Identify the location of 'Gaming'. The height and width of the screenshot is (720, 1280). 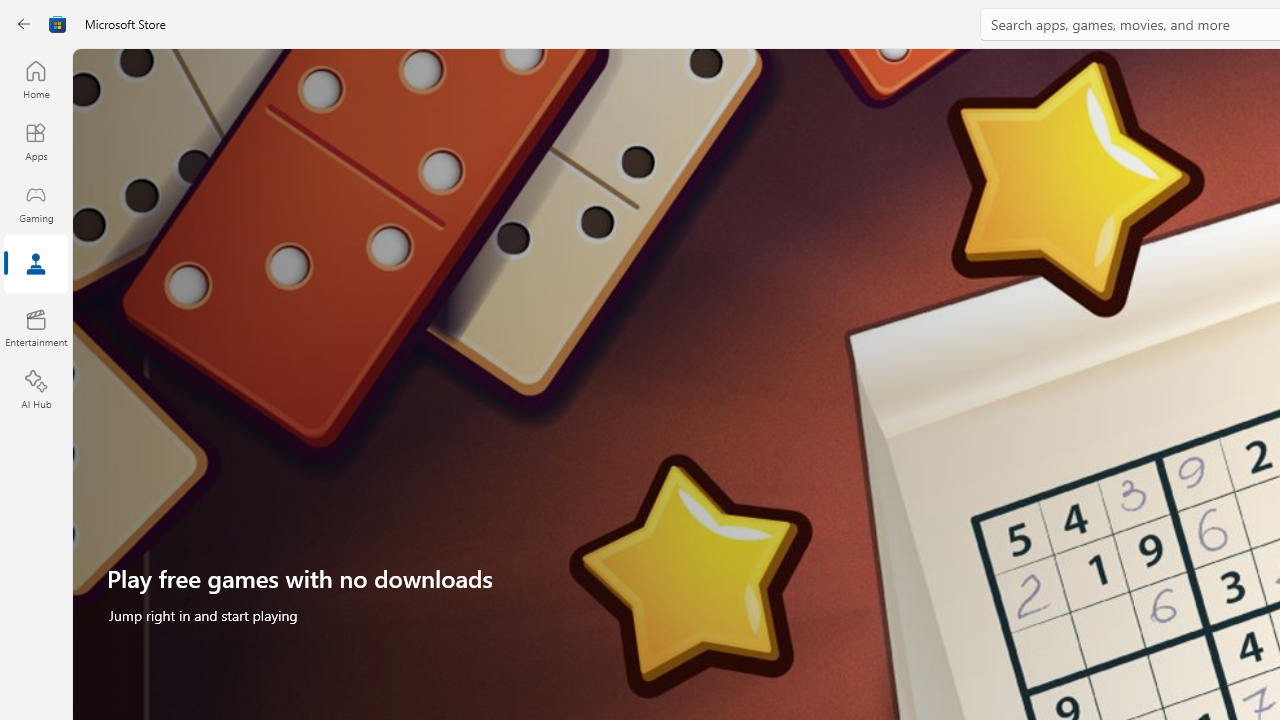
(35, 203).